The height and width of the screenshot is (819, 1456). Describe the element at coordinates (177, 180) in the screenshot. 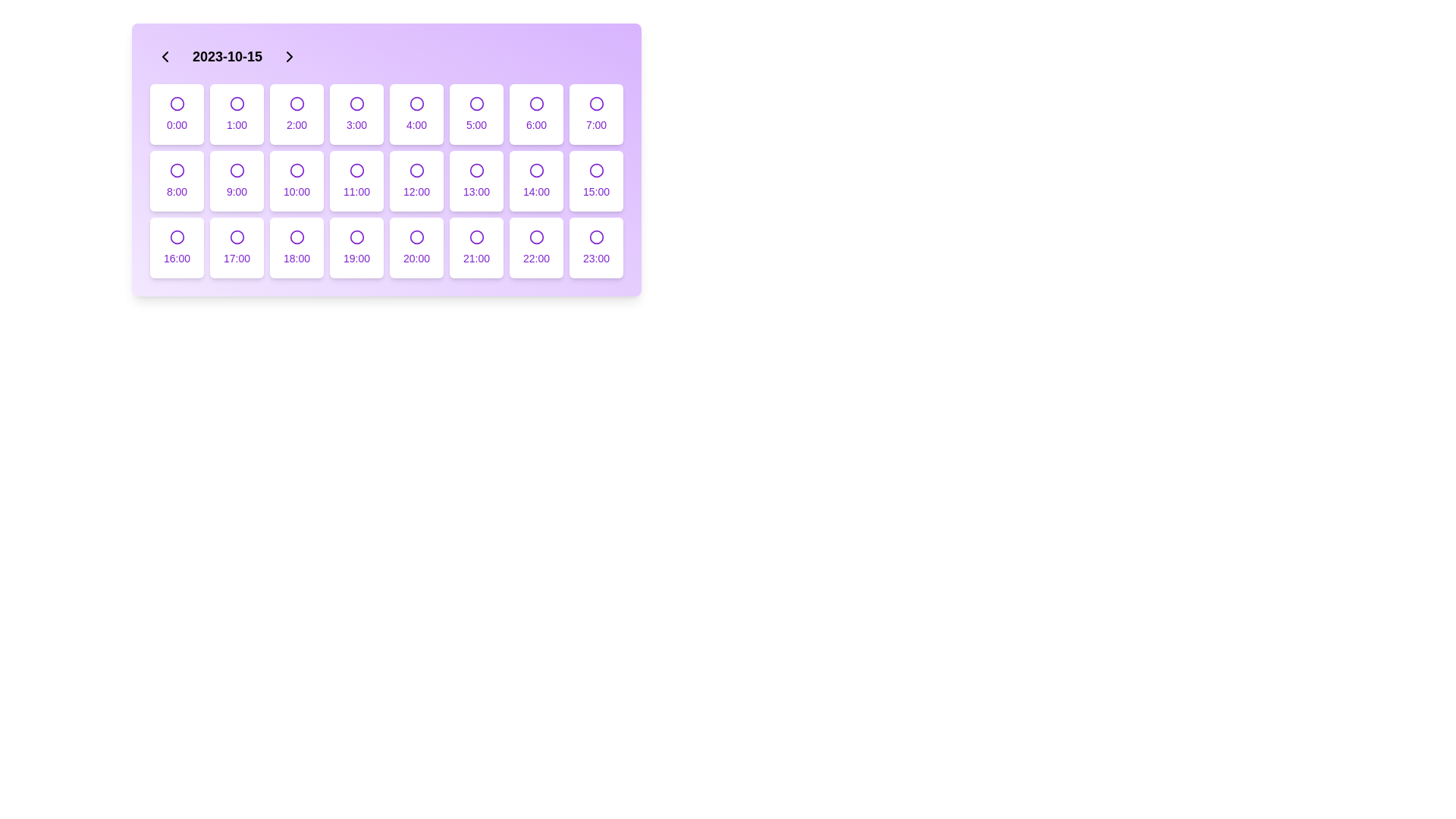

I see `the clickable button located in the grid layout, specifically in the second row and first column` at that location.